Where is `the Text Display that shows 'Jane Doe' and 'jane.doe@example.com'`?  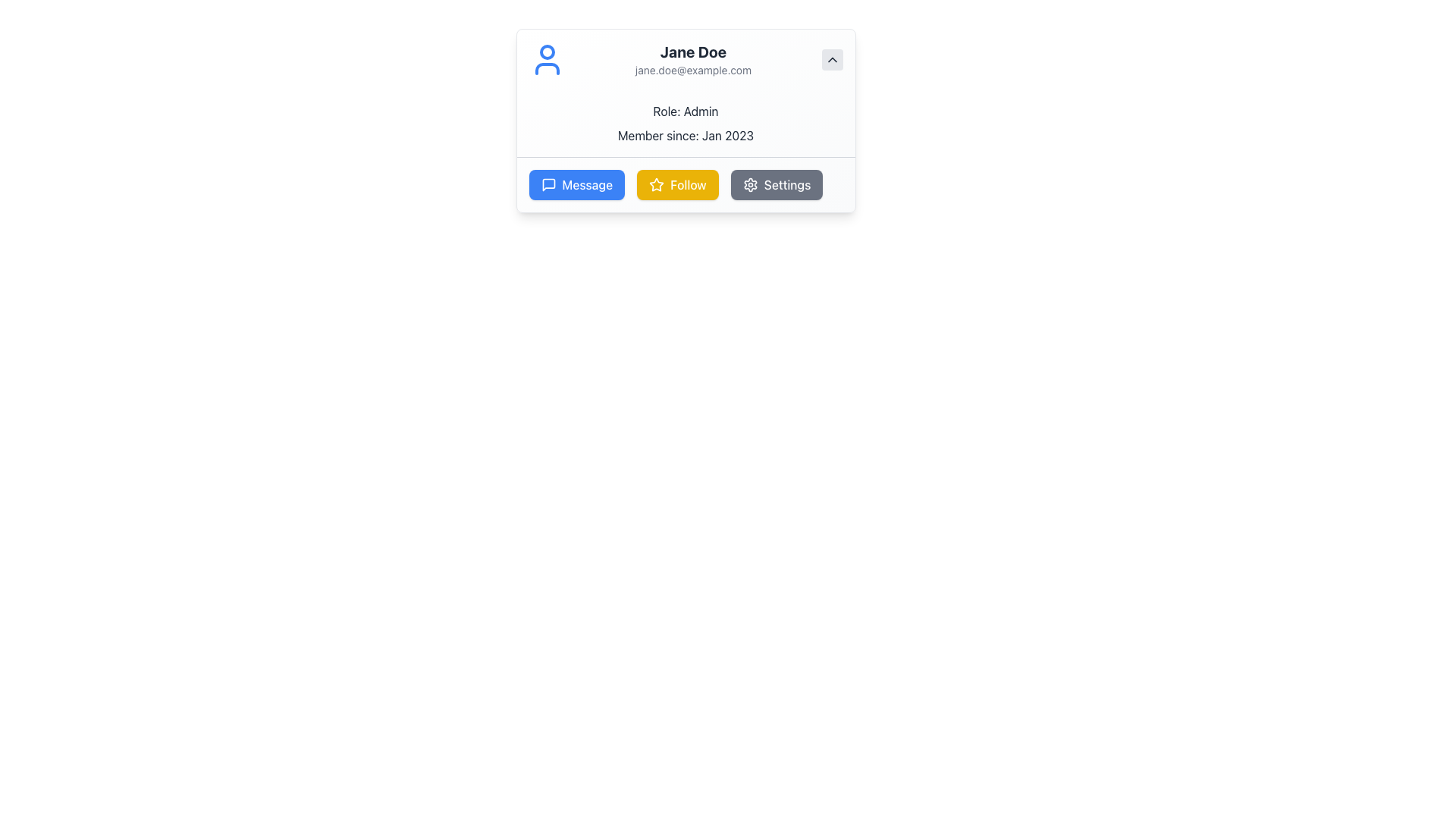
the Text Display that shows 'Jane Doe' and 'jane.doe@example.com' is located at coordinates (692, 58).